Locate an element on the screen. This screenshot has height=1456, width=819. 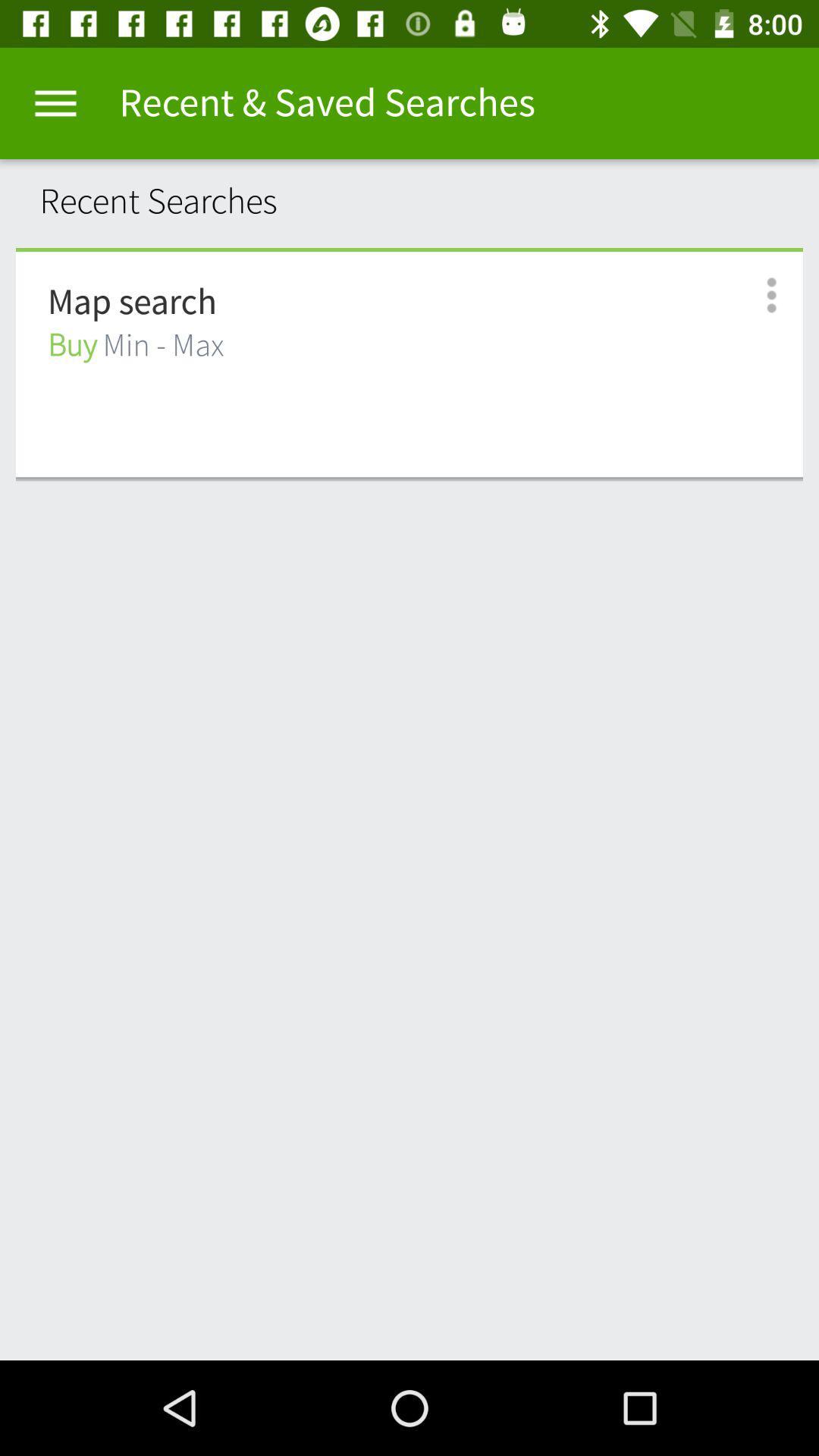
buy min - max item is located at coordinates (135, 345).